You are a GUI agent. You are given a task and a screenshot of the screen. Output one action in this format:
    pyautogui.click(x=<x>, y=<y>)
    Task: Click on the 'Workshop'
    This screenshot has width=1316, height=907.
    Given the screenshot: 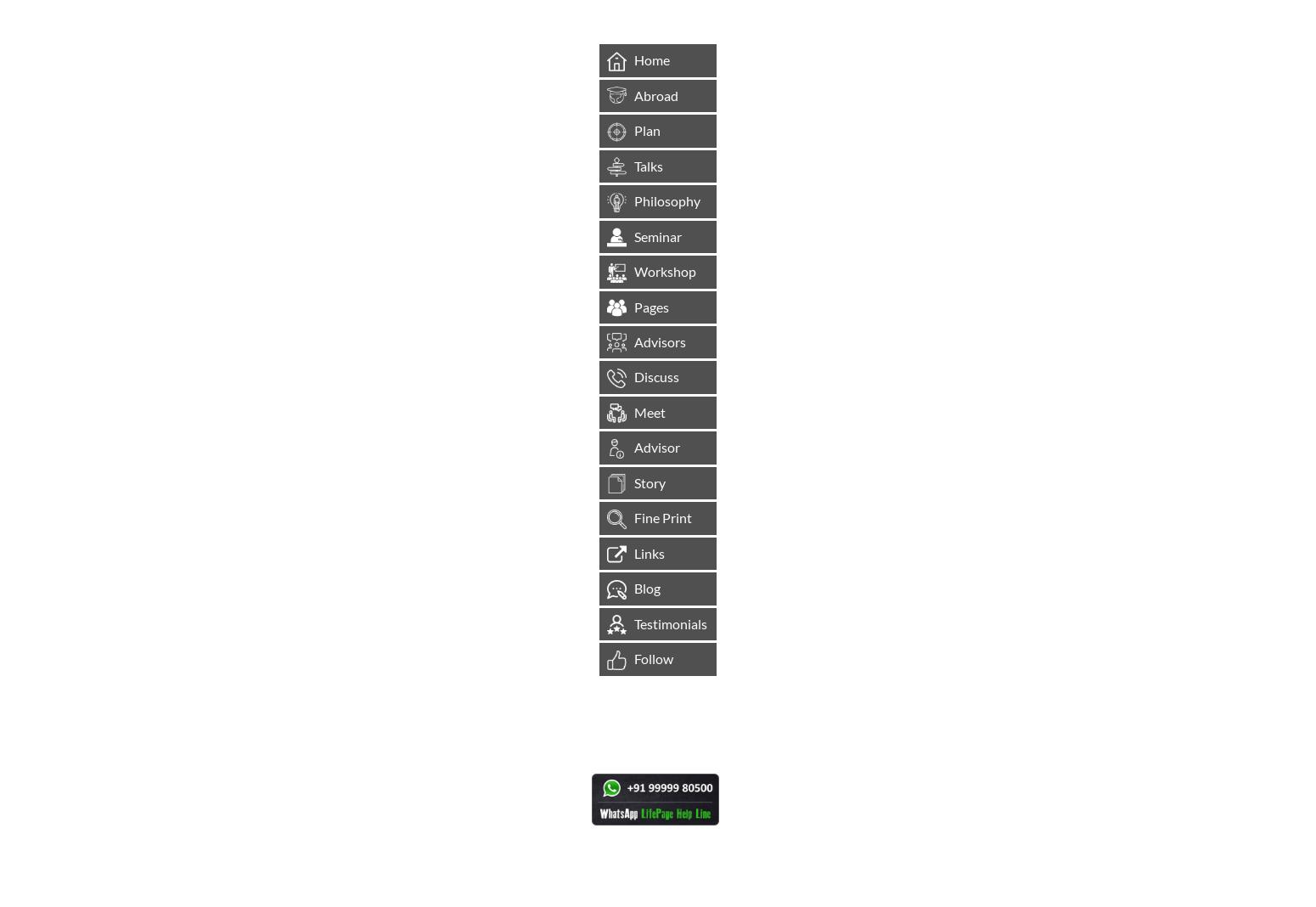 What is the action you would take?
    pyautogui.click(x=664, y=270)
    